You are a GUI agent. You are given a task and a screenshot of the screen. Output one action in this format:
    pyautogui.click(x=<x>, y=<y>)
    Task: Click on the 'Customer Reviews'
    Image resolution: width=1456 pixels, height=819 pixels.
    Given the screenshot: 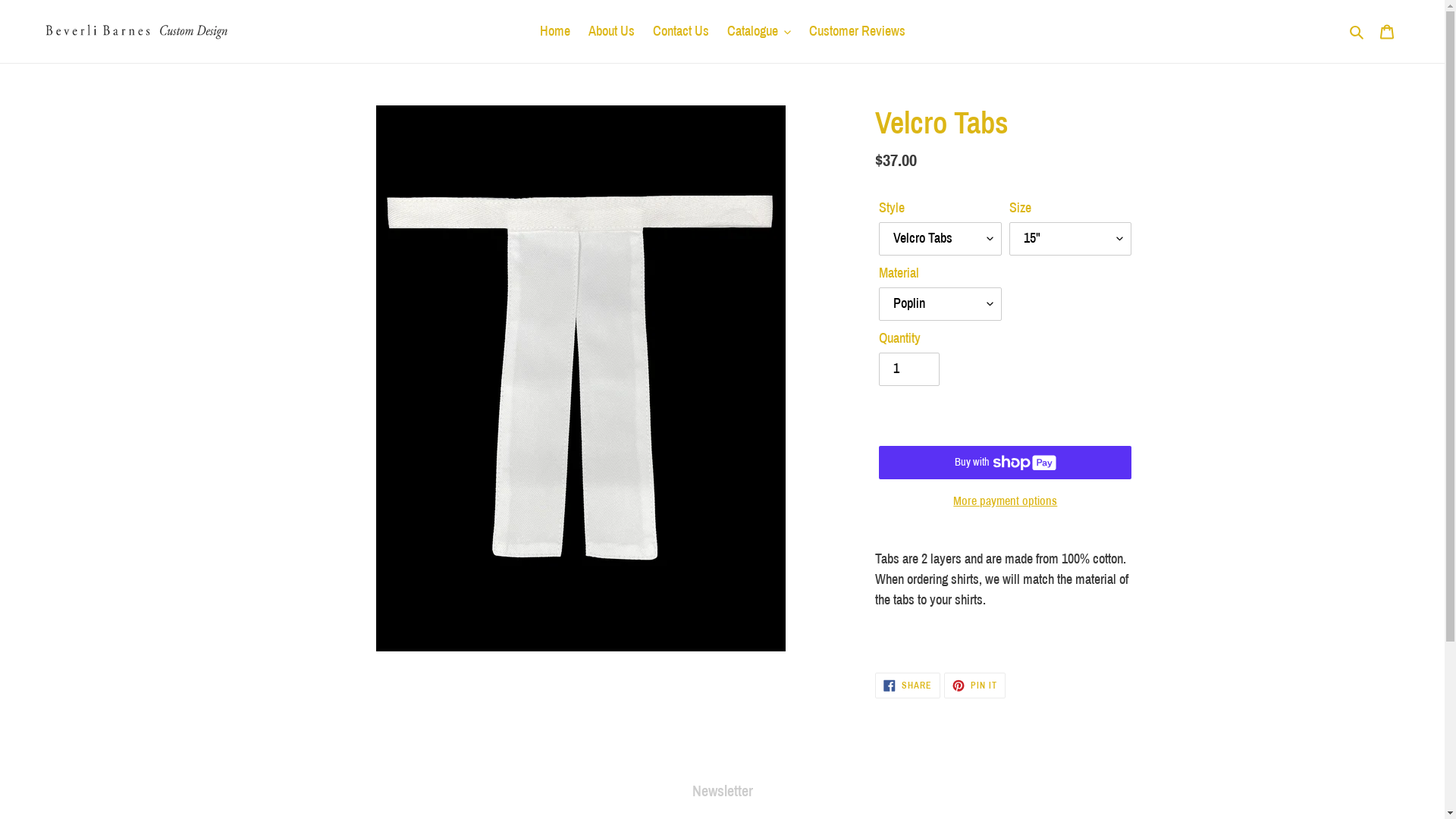 What is the action you would take?
    pyautogui.click(x=856, y=31)
    